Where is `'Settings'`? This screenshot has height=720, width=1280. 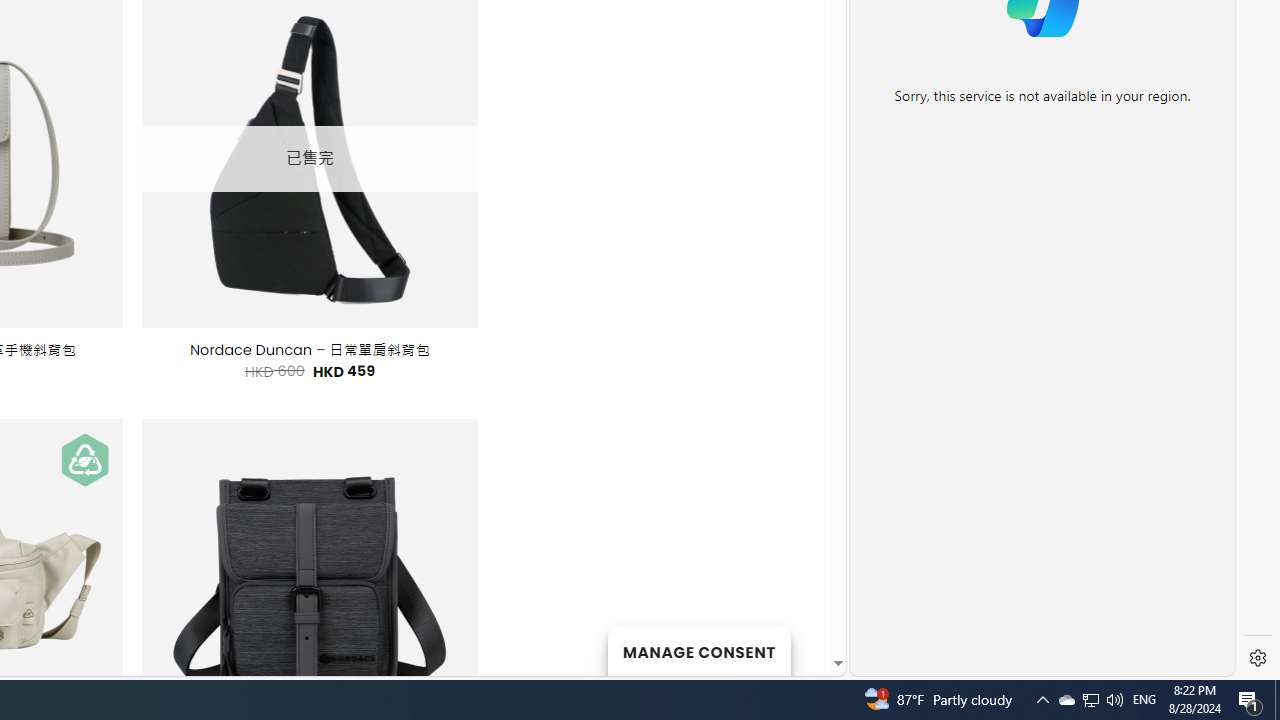 'Settings' is located at coordinates (1257, 658).